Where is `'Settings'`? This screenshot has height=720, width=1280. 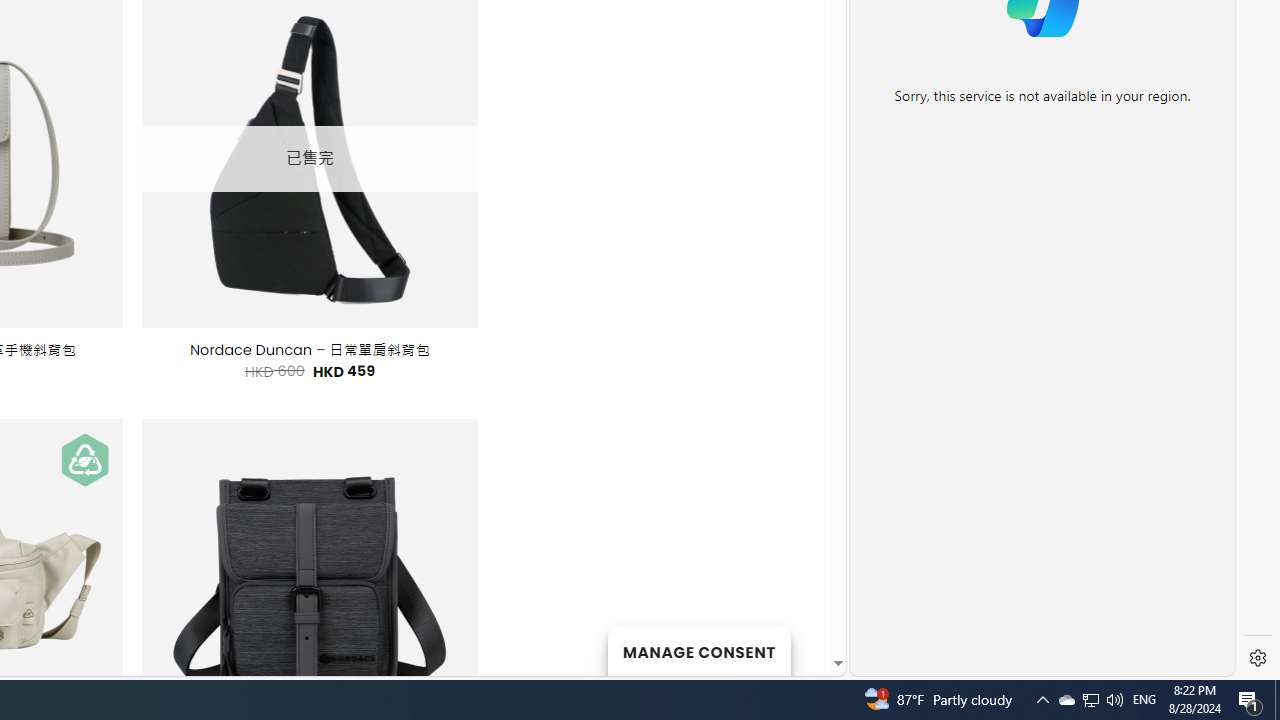 'Settings' is located at coordinates (1257, 658).